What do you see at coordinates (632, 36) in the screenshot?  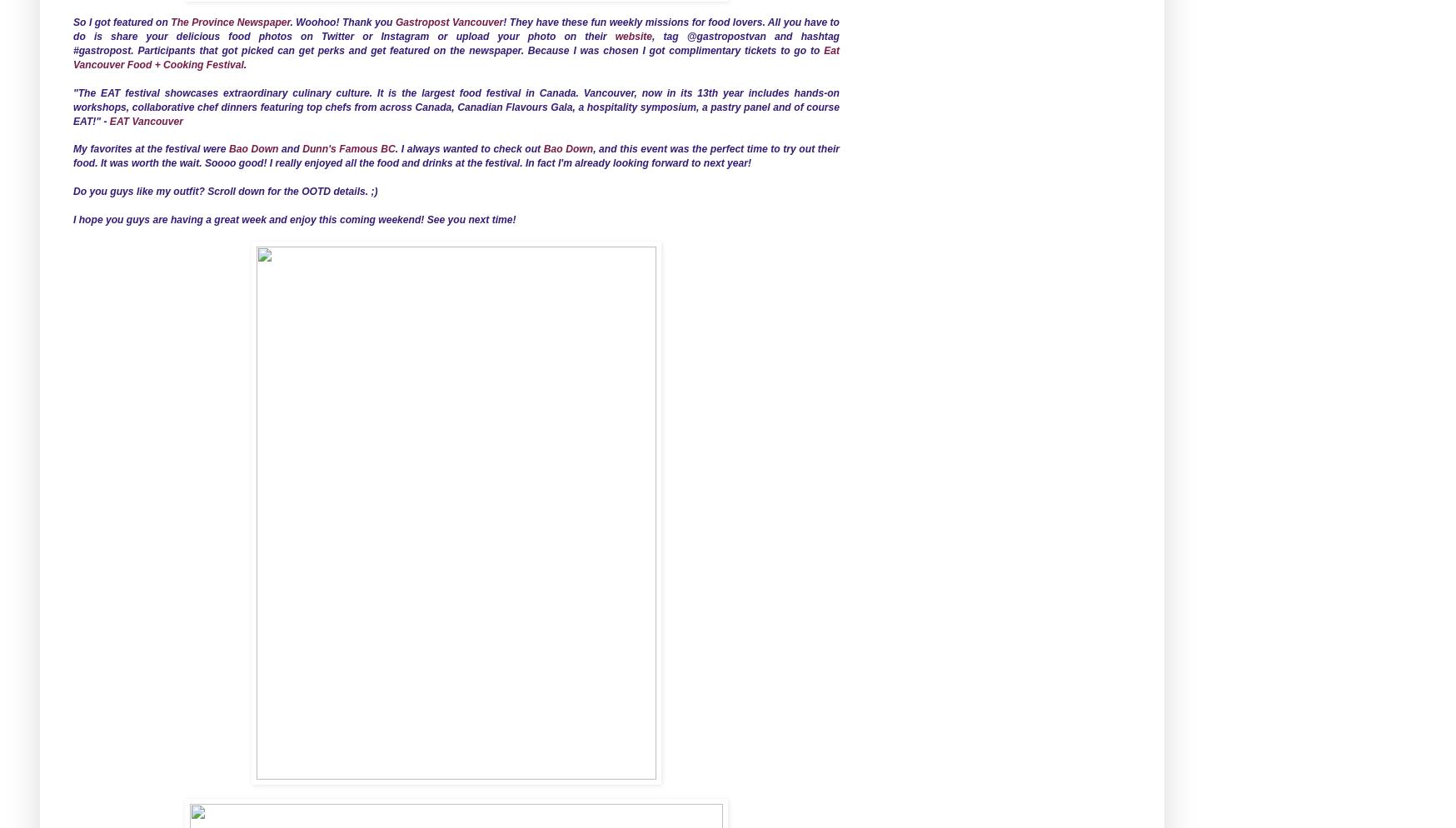 I see `'website'` at bounding box center [632, 36].